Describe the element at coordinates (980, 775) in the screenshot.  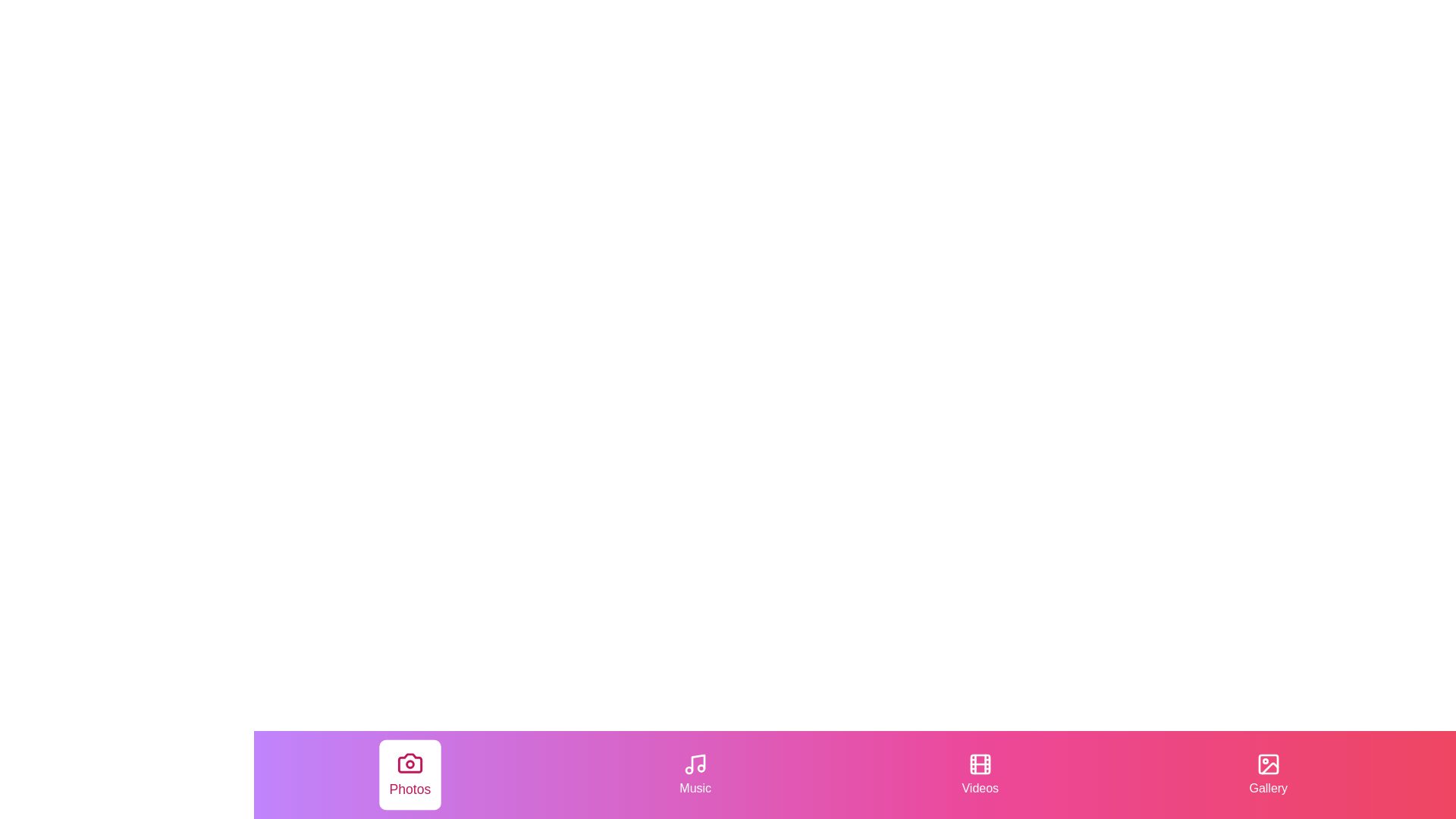
I see `the Videos tab to observe its hover effect` at that location.